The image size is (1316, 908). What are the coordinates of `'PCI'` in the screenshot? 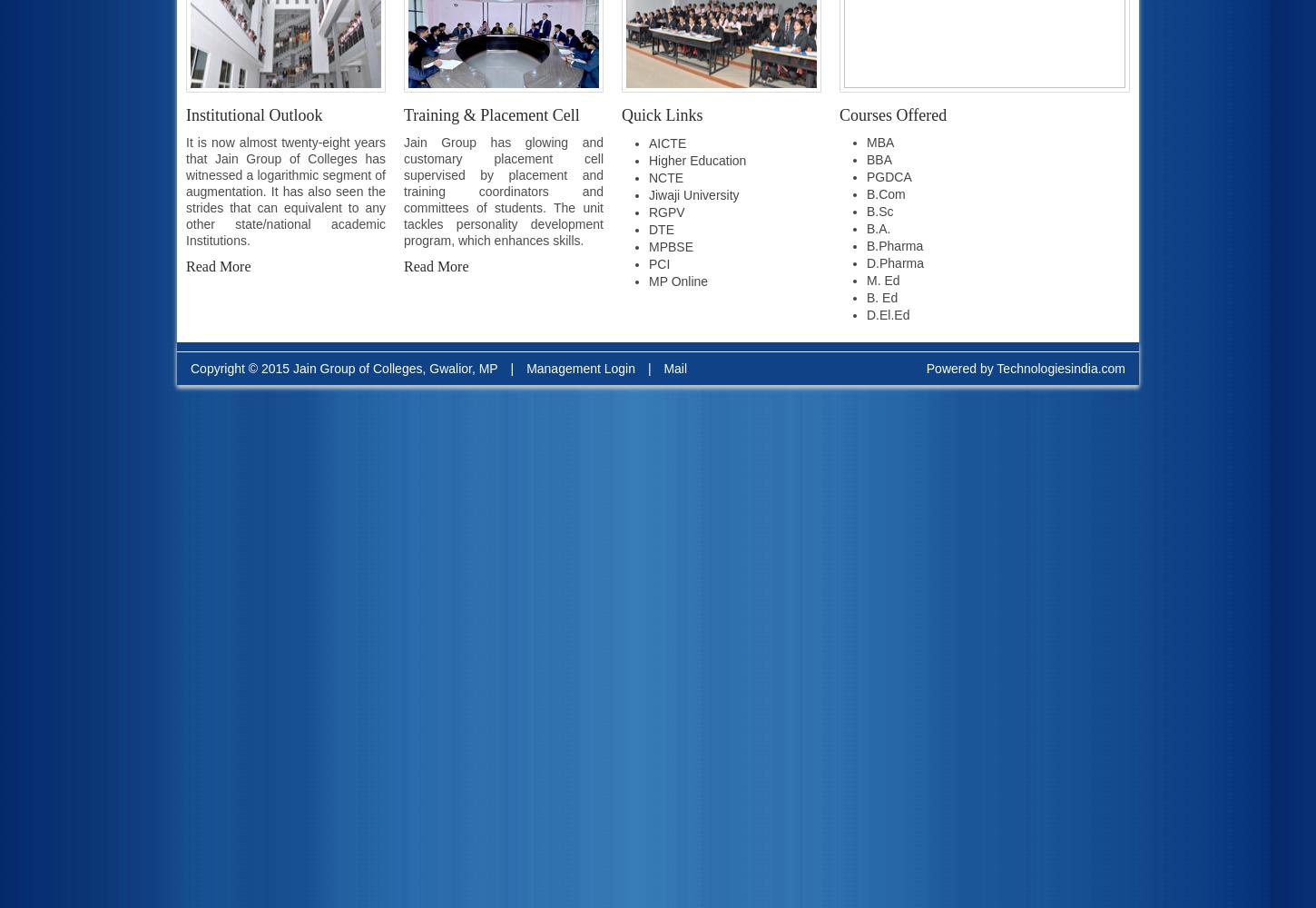 It's located at (659, 264).